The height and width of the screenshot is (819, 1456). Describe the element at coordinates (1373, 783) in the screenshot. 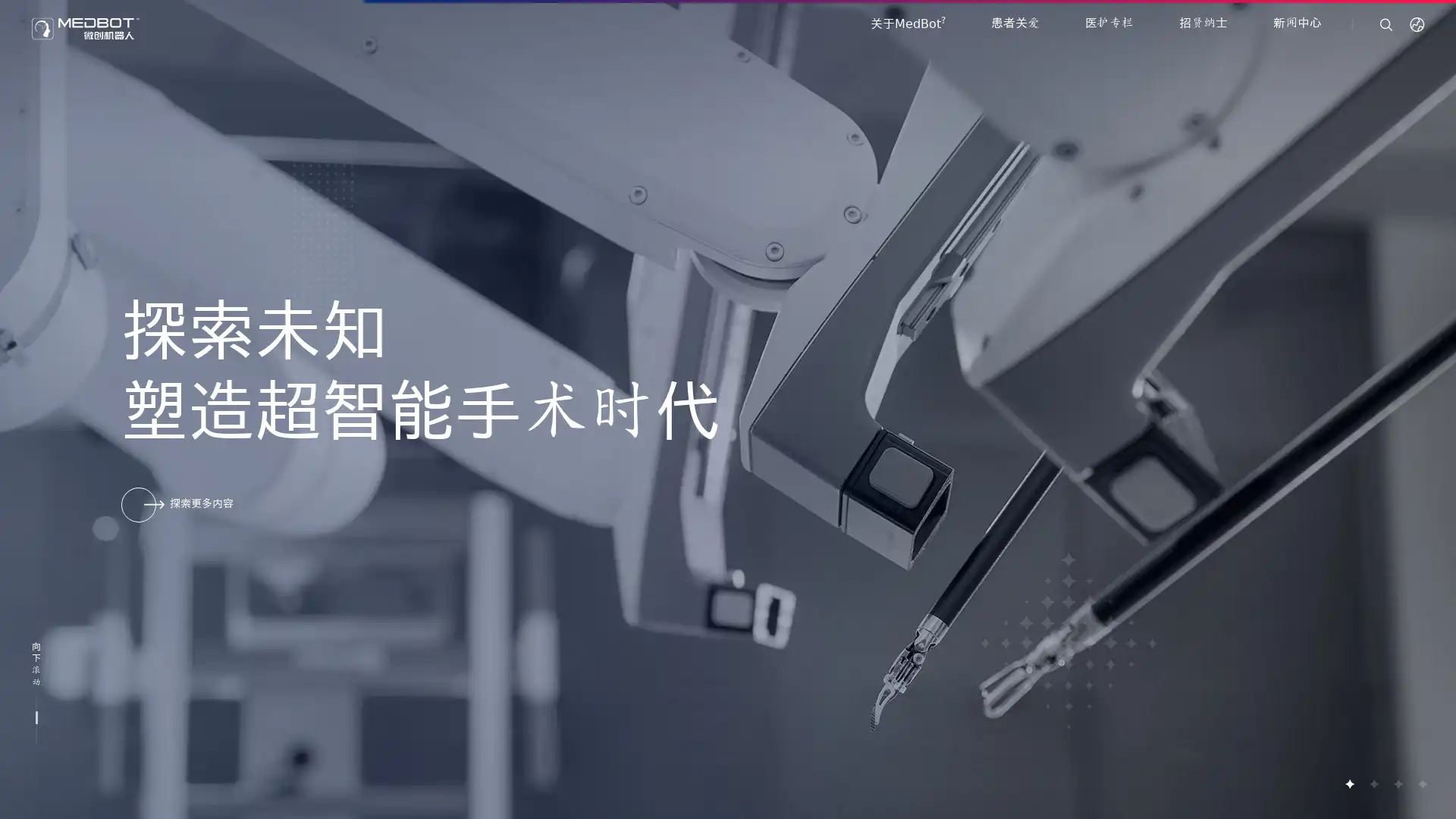

I see `Go to slide 2` at that location.